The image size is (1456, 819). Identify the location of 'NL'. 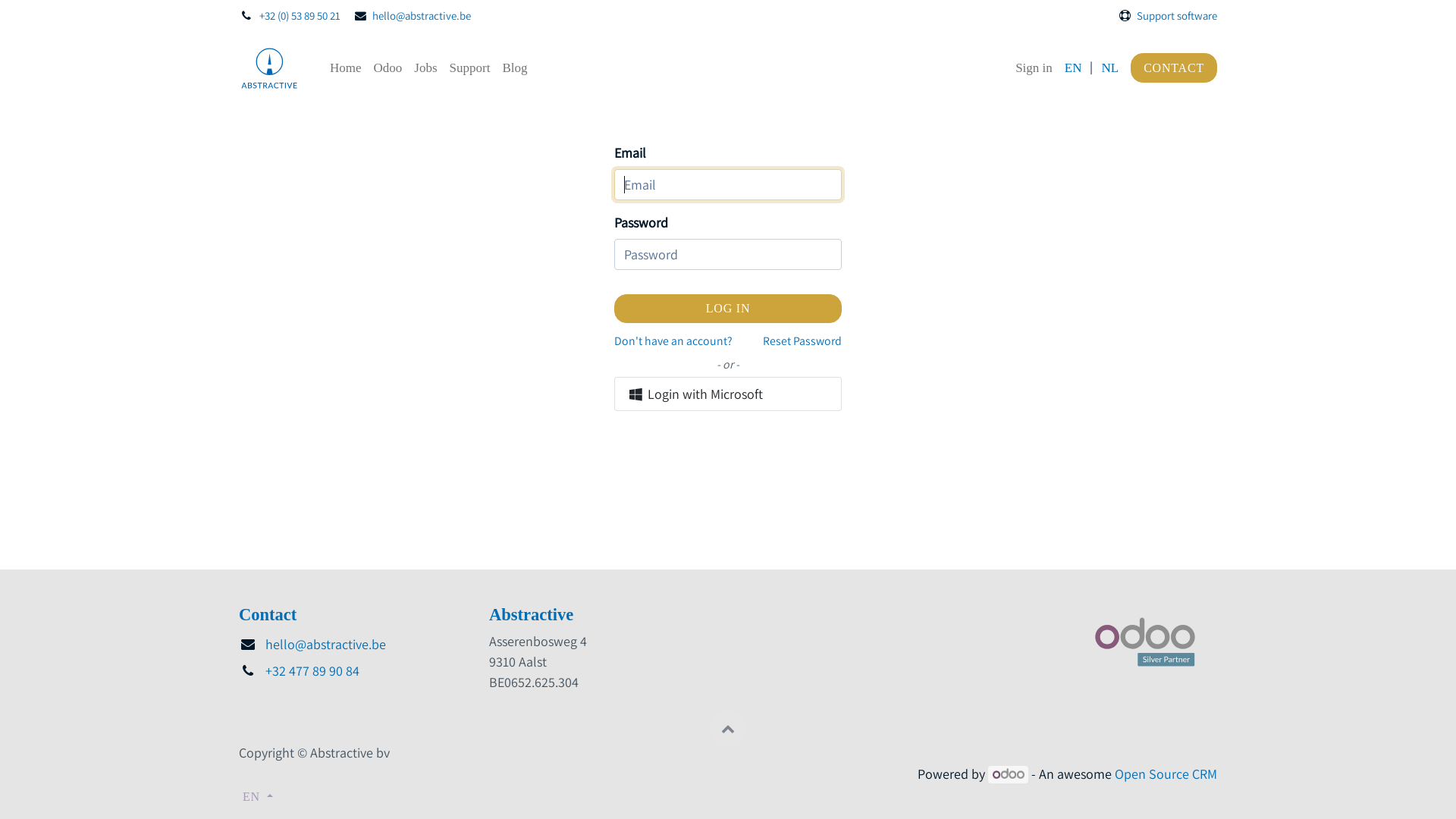
(1100, 67).